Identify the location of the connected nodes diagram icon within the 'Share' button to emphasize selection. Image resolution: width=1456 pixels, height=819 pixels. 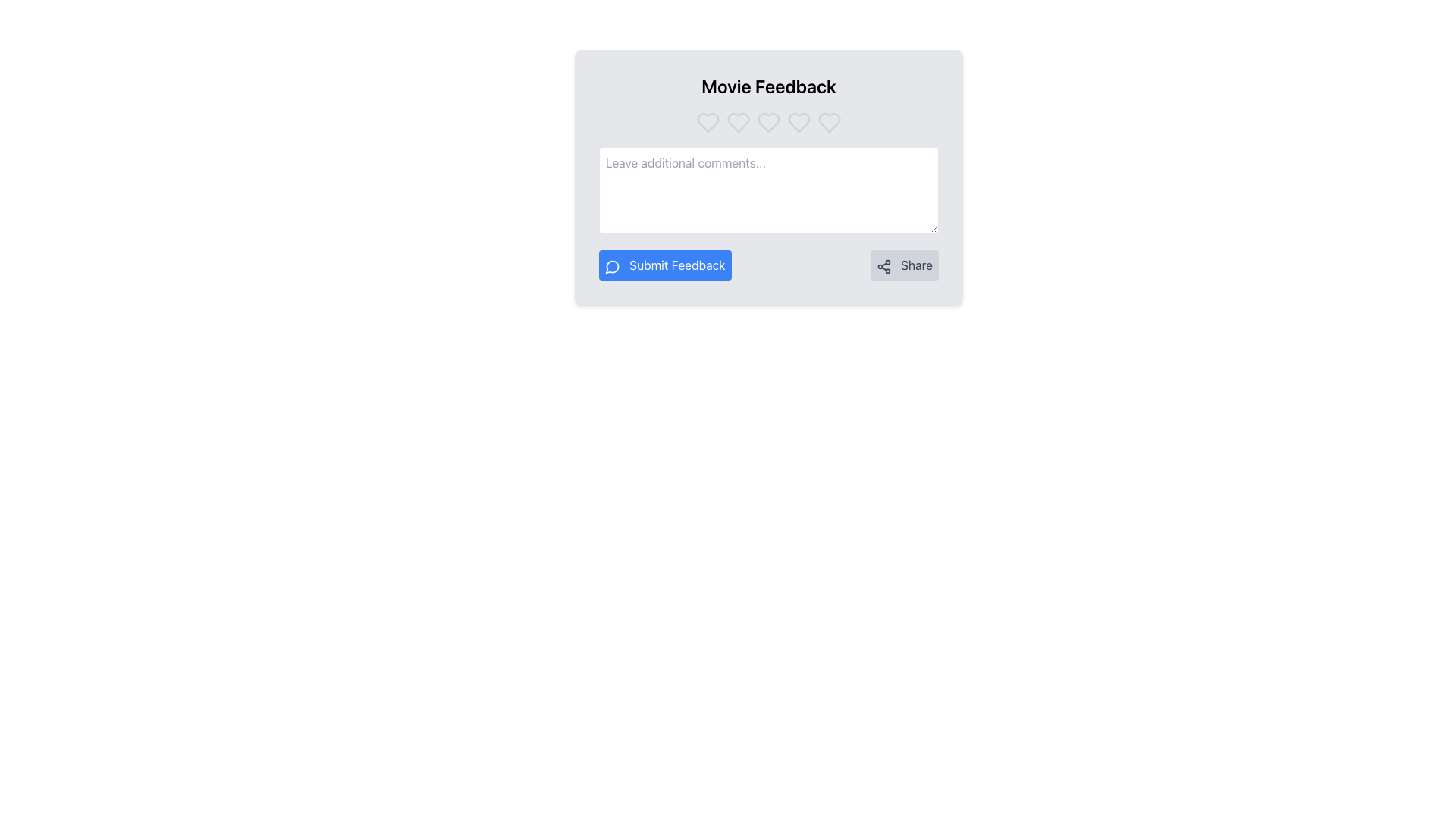
(884, 265).